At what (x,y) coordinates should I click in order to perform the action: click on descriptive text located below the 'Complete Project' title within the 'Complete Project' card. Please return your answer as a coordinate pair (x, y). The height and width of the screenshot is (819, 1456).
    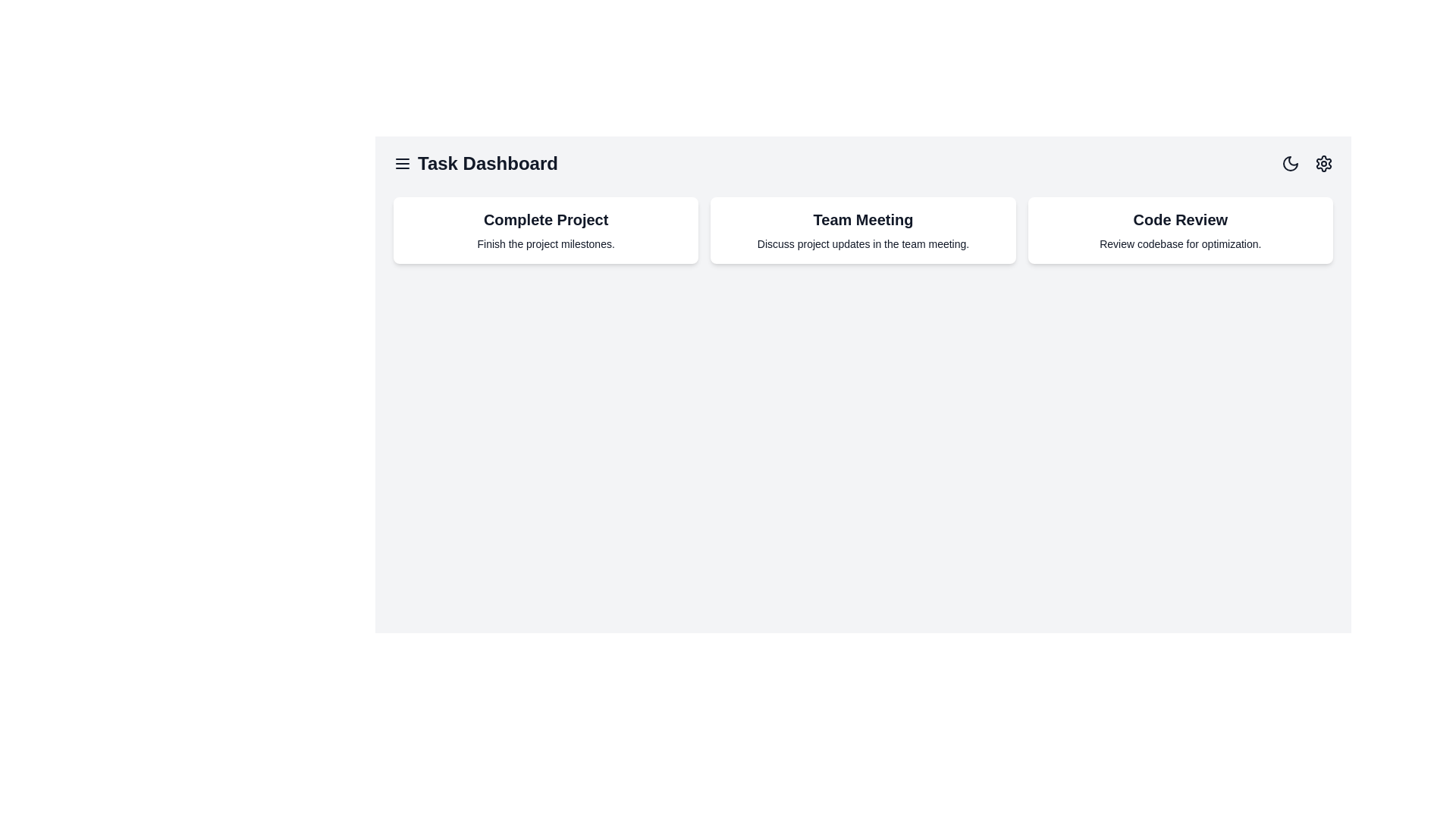
    Looking at the image, I should click on (546, 243).